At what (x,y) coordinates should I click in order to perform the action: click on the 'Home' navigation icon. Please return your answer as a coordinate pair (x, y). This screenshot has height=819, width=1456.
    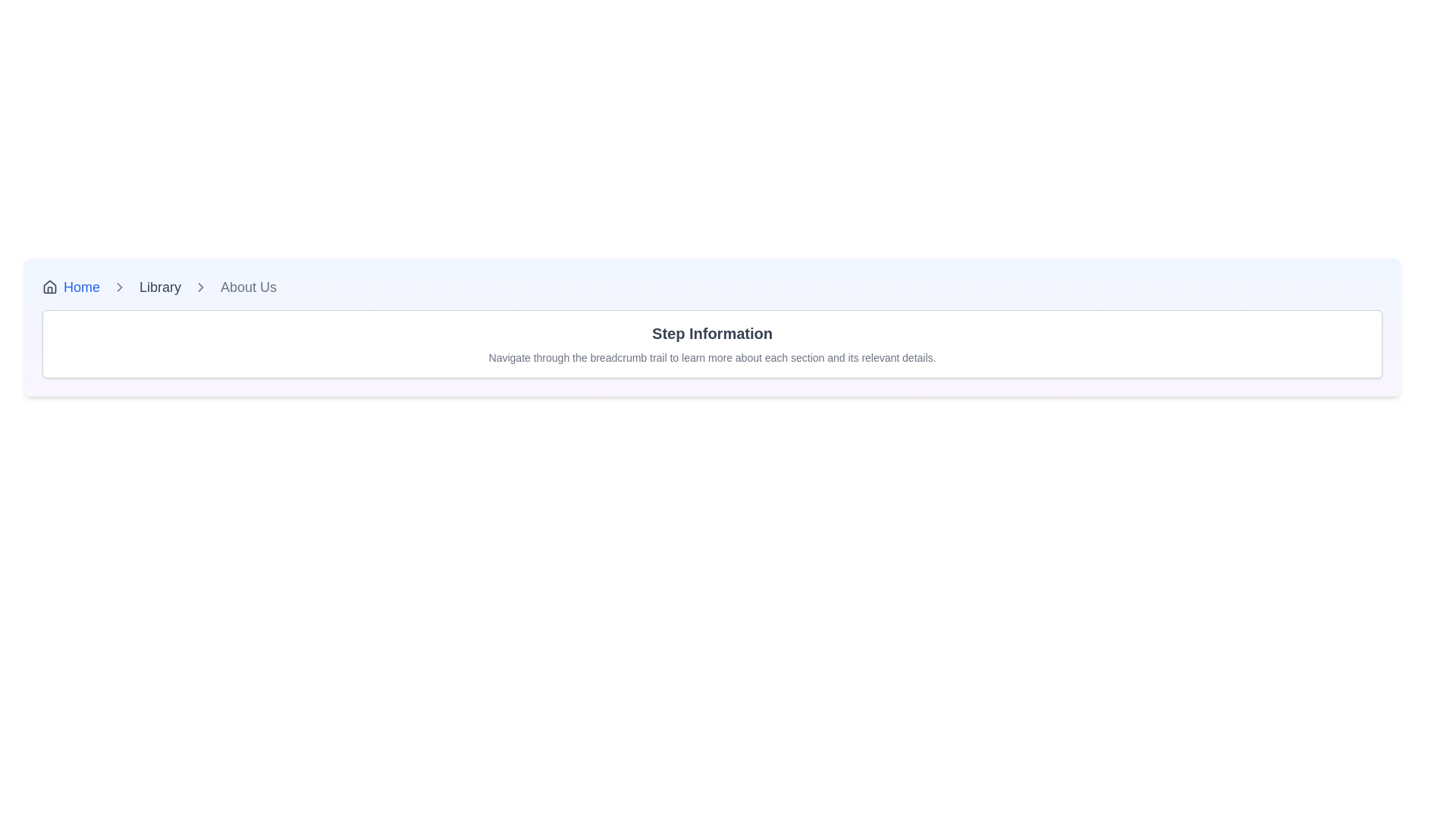
    Looking at the image, I should click on (50, 287).